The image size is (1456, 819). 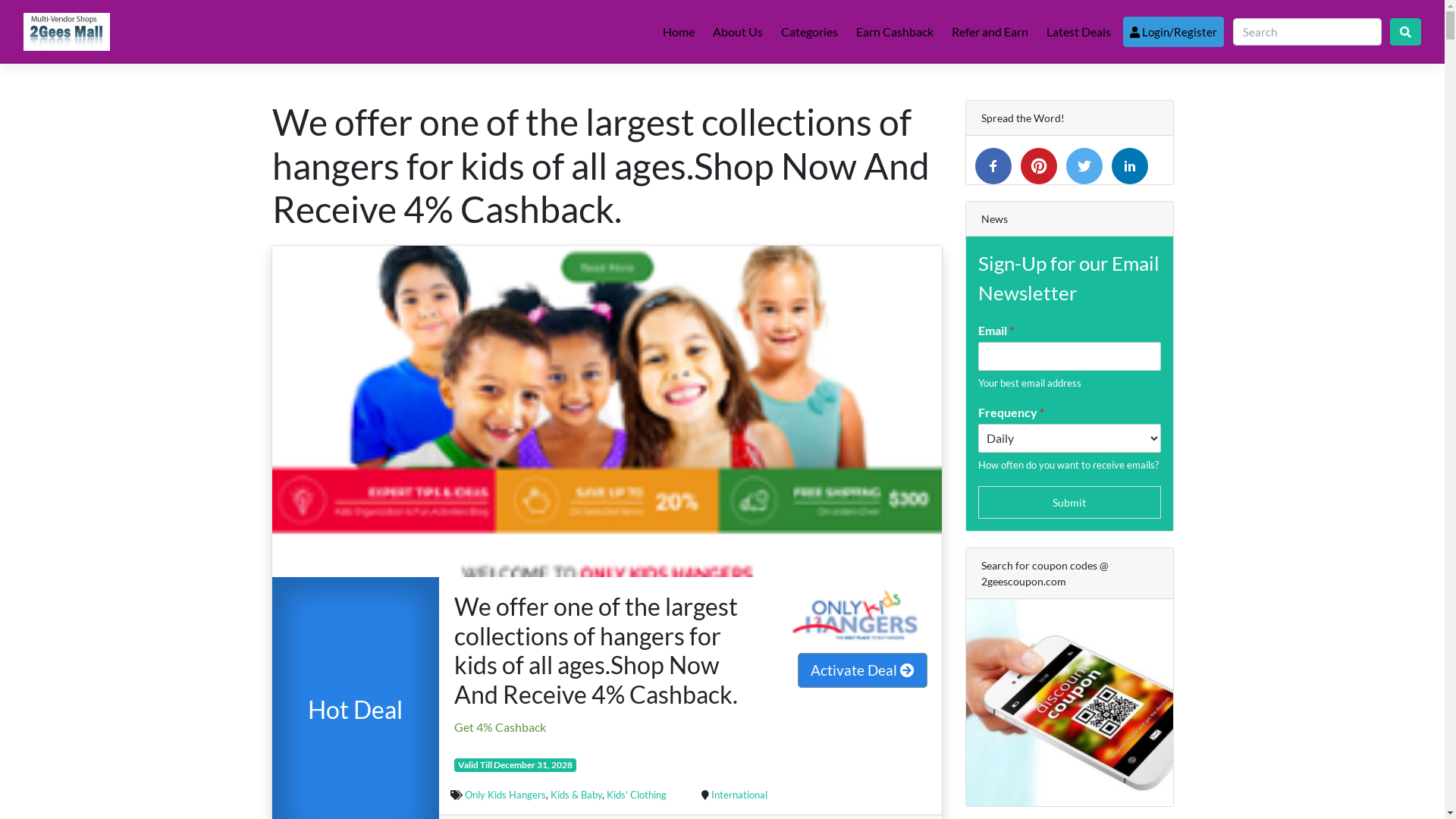 I want to click on 'Submit', so click(x=1068, y=502).